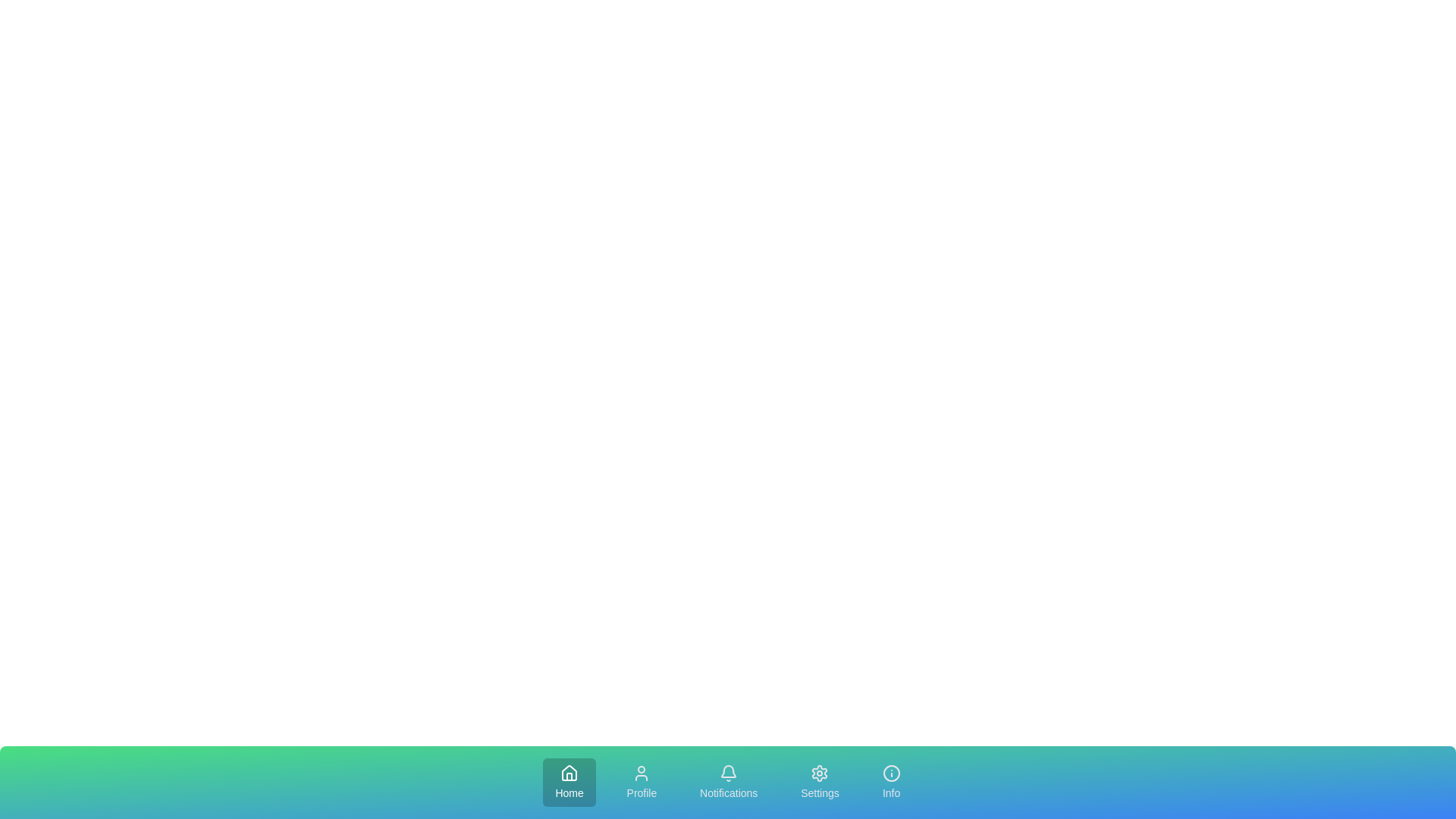 This screenshot has width=1456, height=819. Describe the element at coordinates (891, 783) in the screenshot. I see `the Info tab in the bottom navigation bar` at that location.